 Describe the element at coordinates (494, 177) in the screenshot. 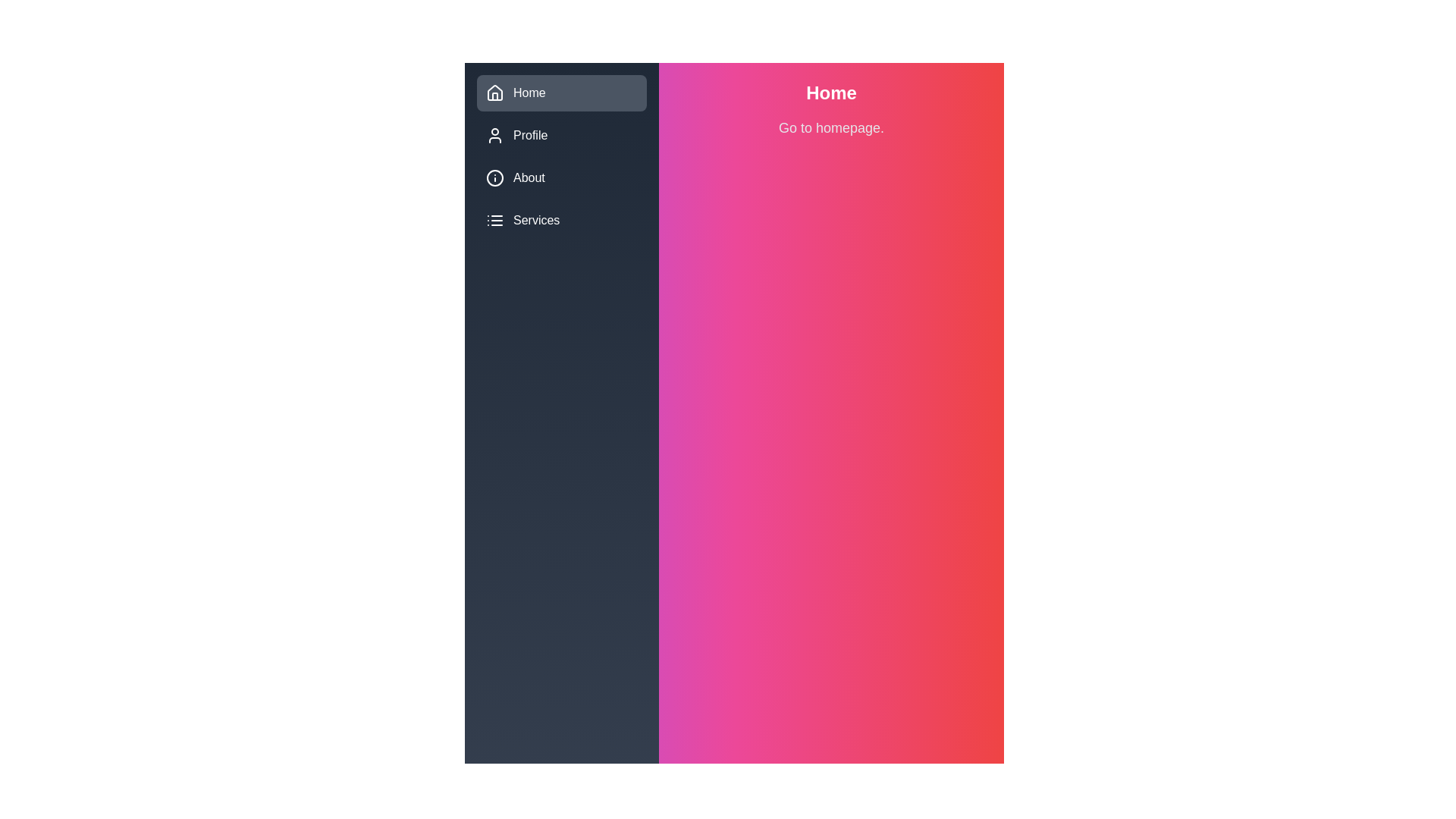

I see `the menu item corresponding to About` at that location.